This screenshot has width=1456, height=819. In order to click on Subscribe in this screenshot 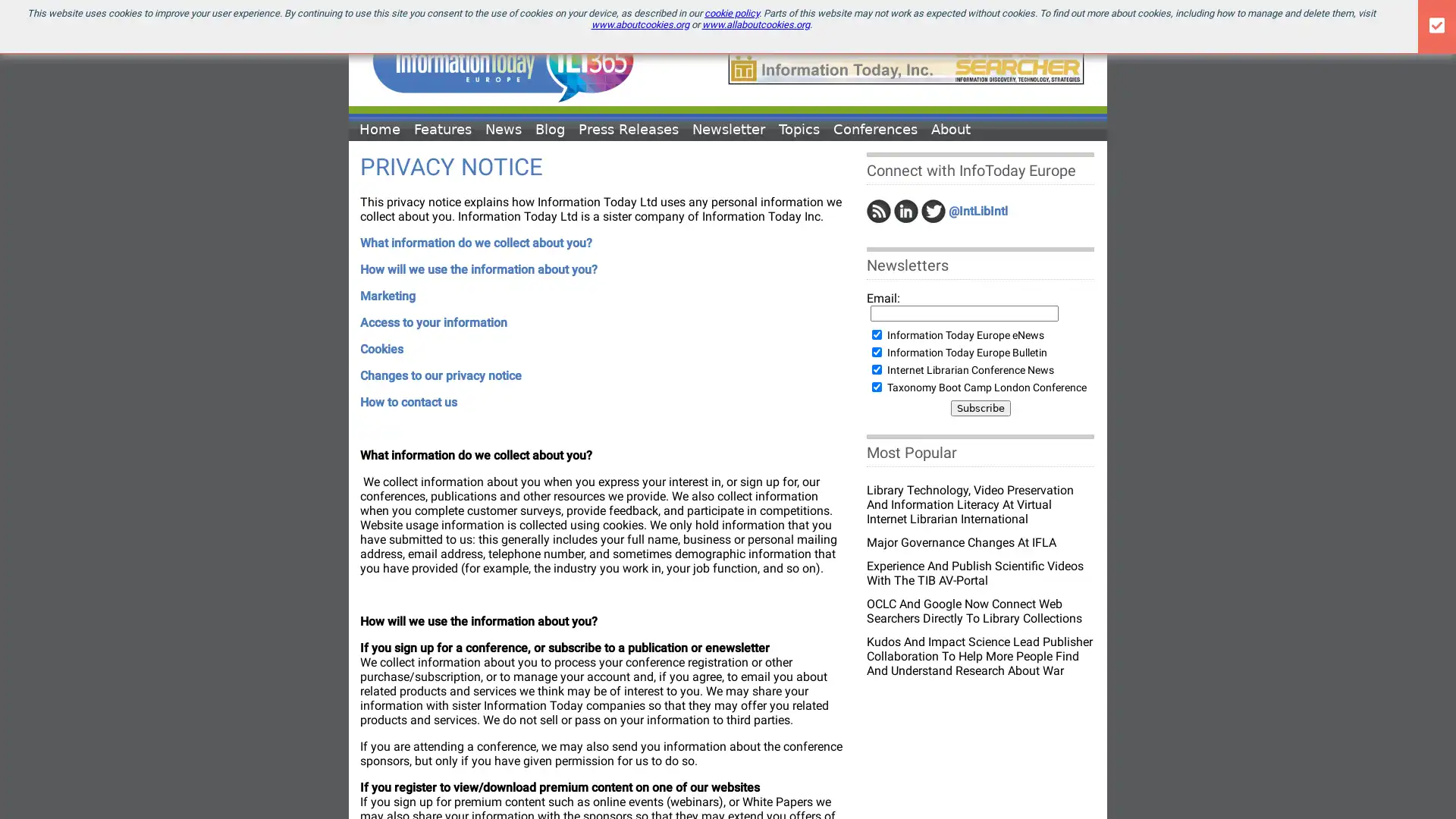, I will do `click(980, 407)`.